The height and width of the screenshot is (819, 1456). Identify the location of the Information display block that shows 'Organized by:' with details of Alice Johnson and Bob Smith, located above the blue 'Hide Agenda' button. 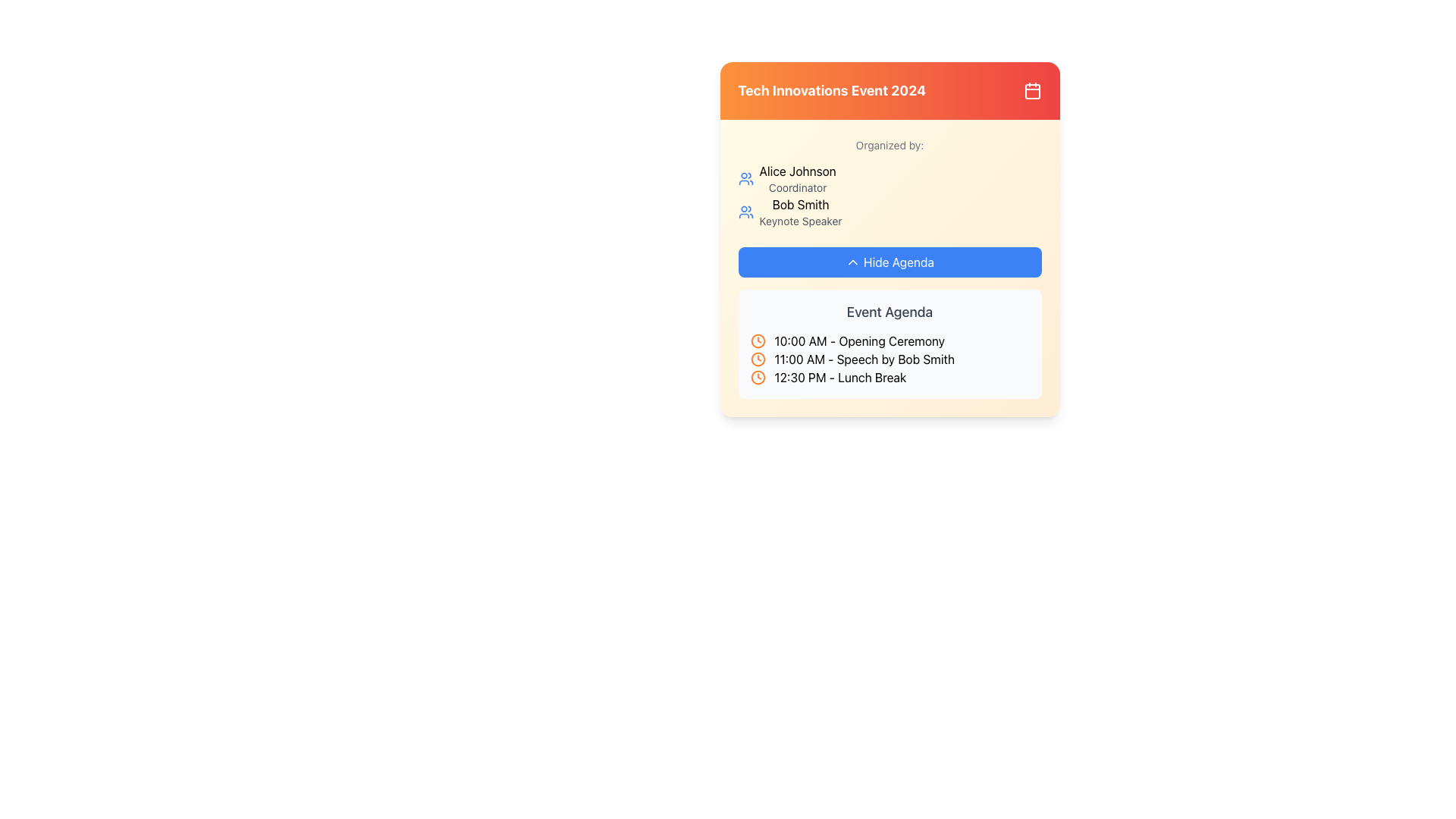
(890, 207).